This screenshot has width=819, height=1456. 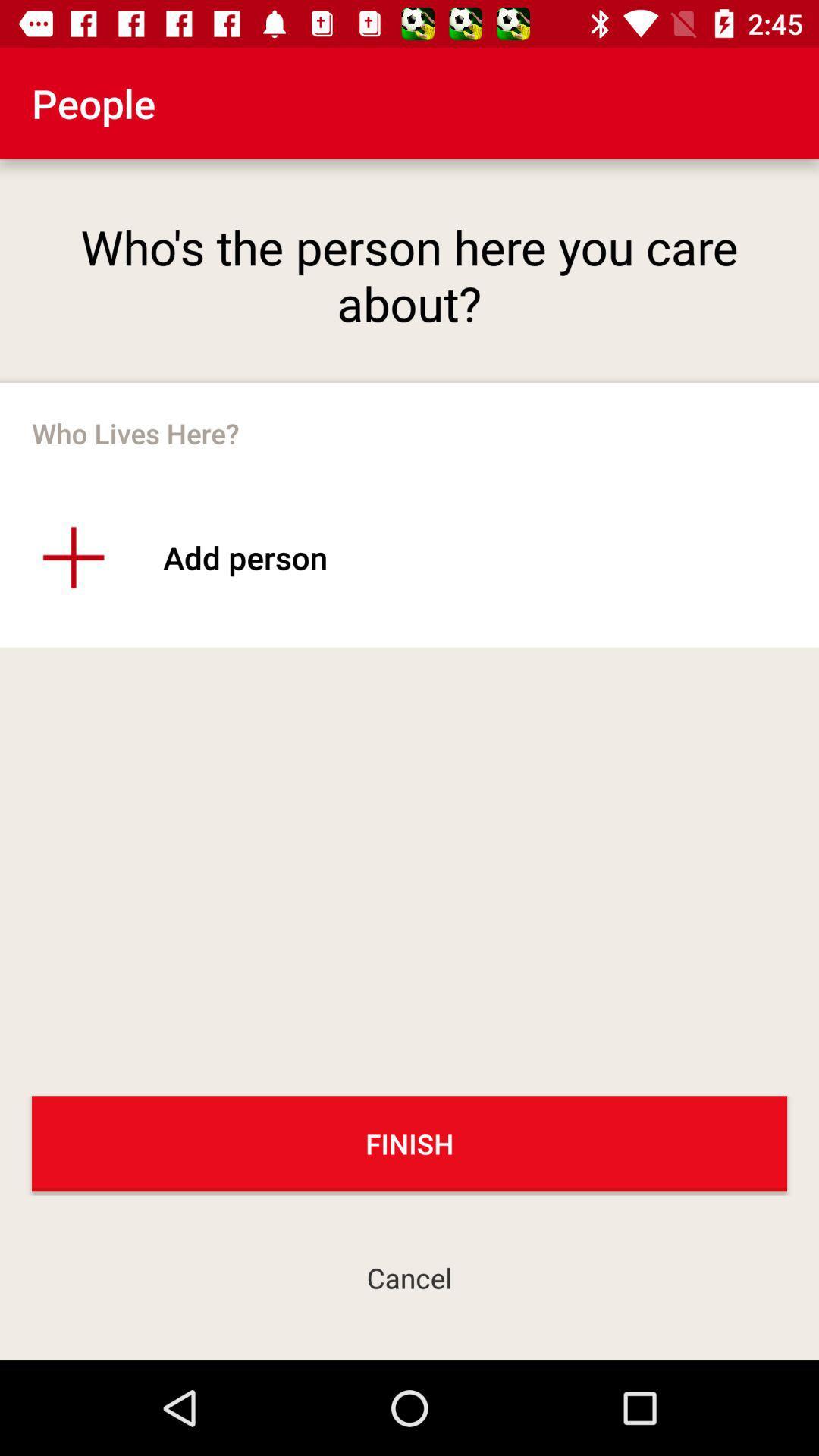 What do you see at coordinates (409, 1144) in the screenshot?
I see `the icon above cancel item` at bounding box center [409, 1144].